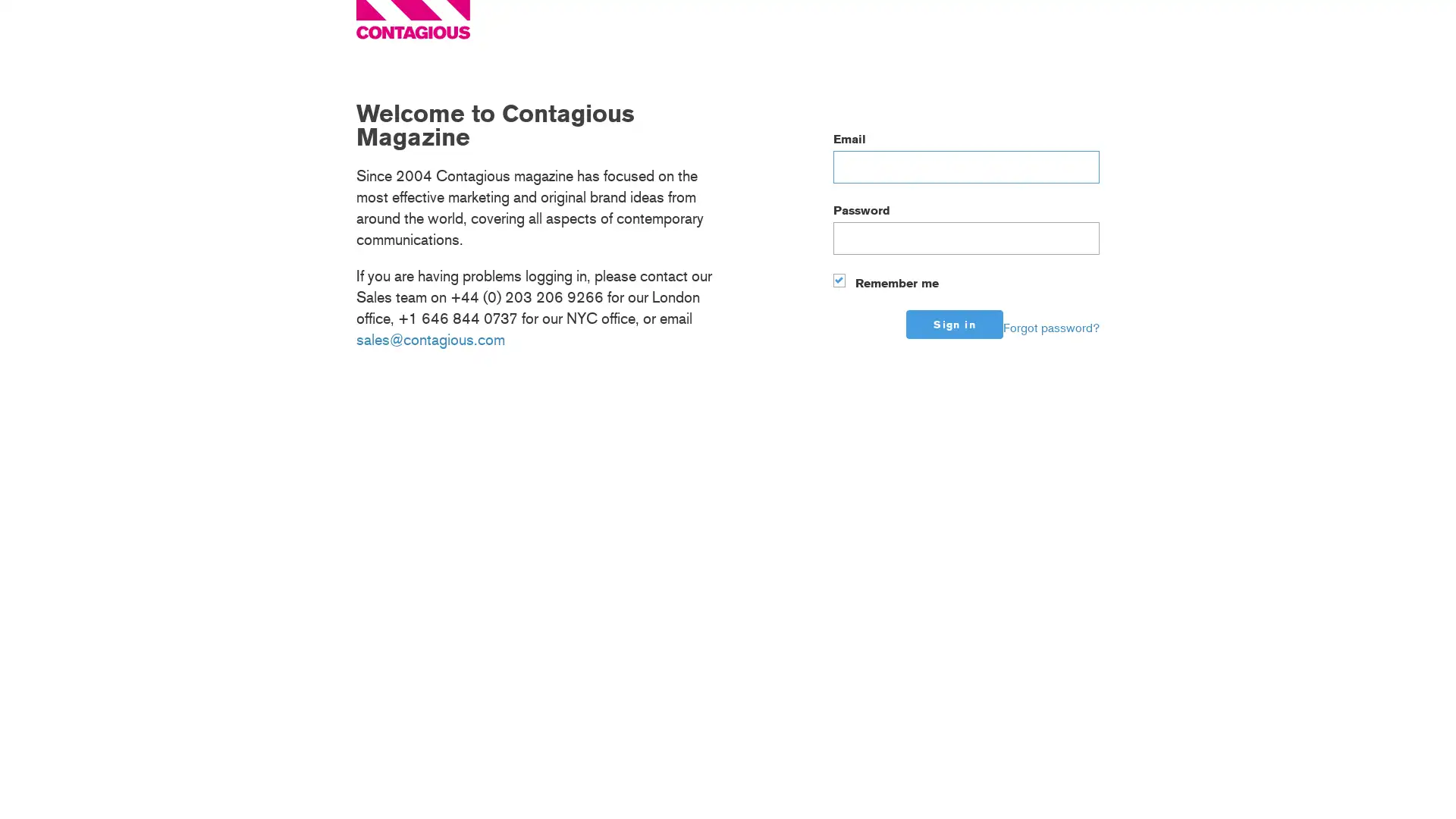 This screenshot has height=819, width=1456. I want to click on Sign in, so click(953, 335).